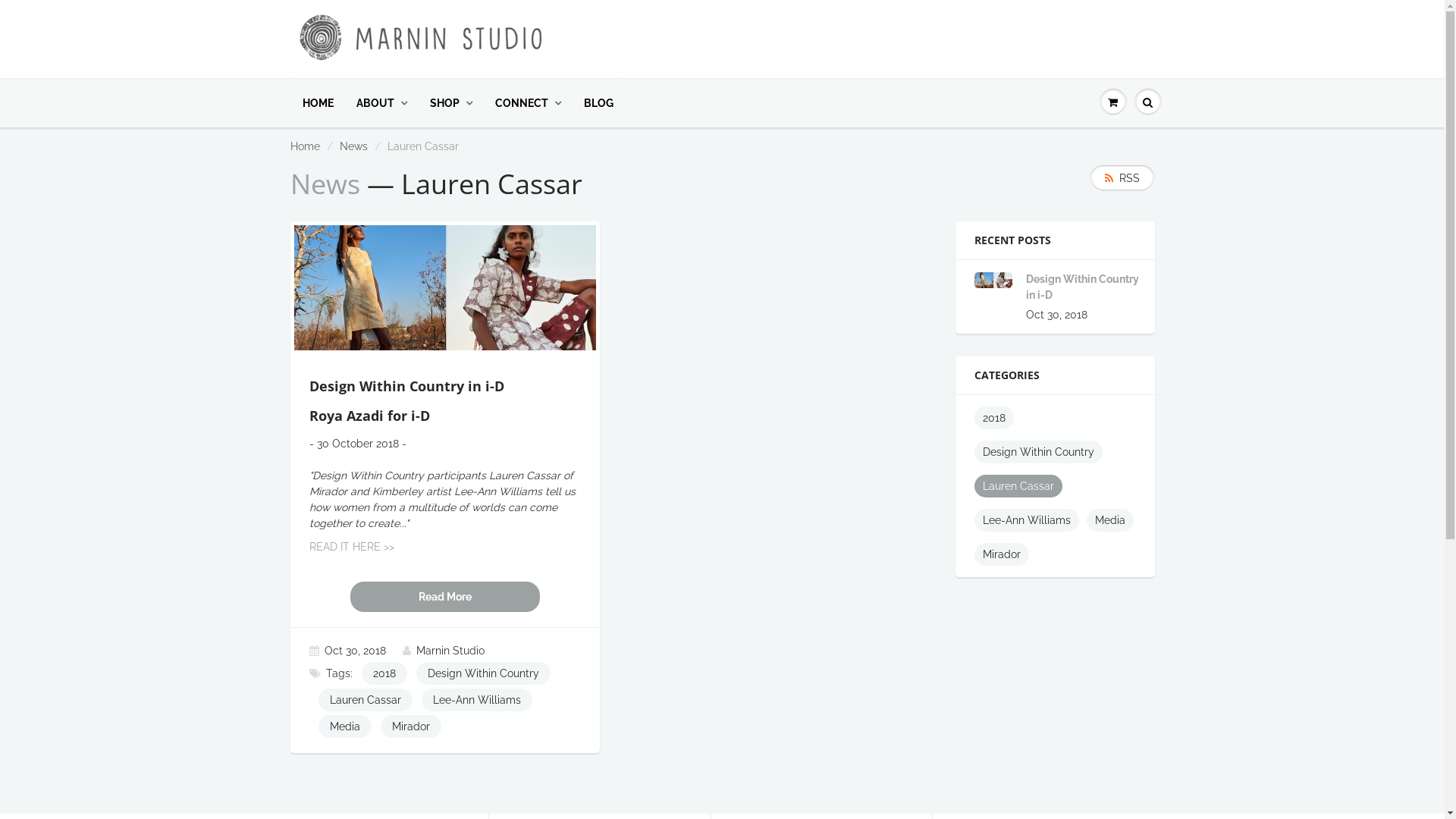 This screenshot has height=819, width=1456. I want to click on 'HOME', so click(317, 102).